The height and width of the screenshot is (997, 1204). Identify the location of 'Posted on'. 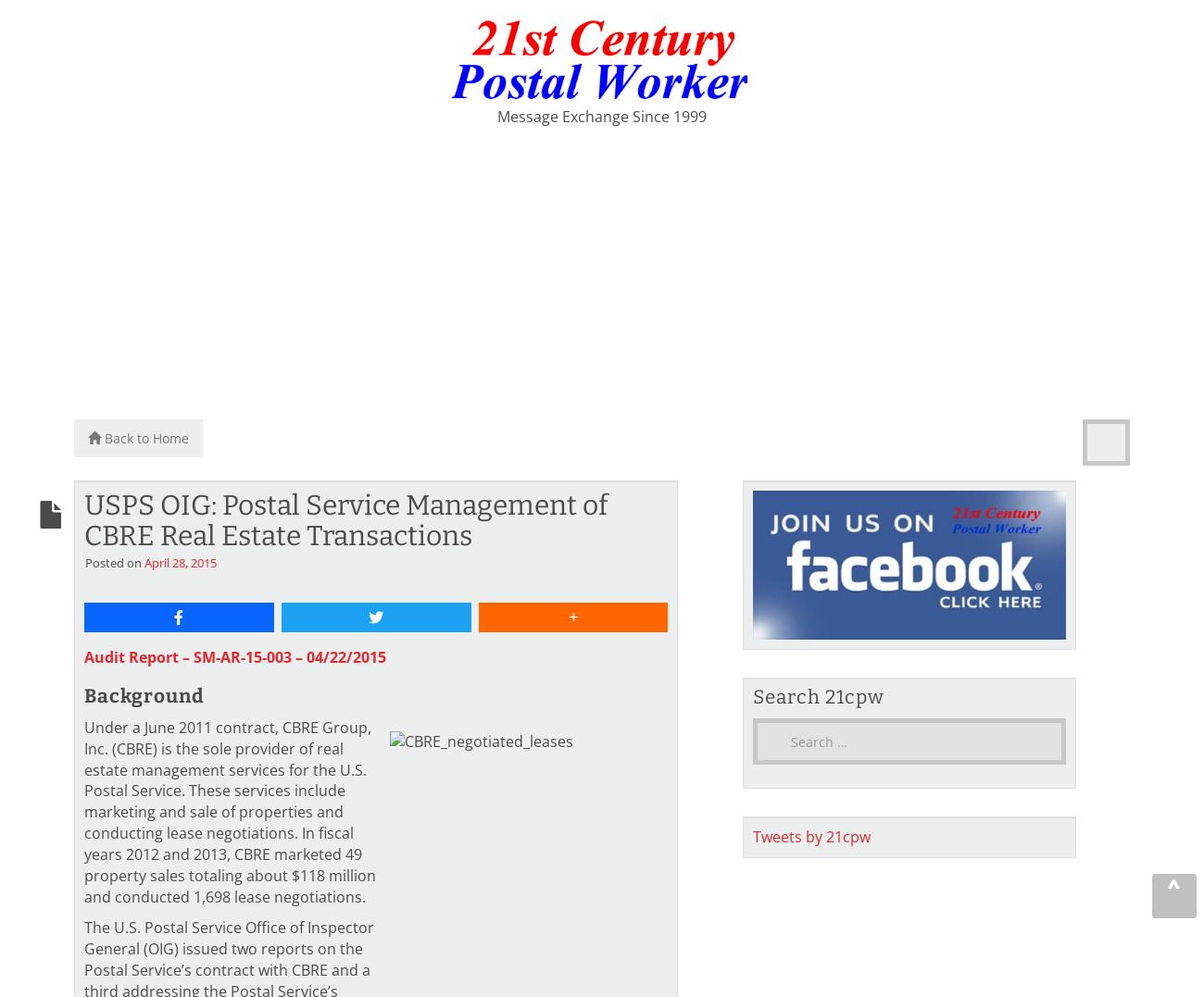
(114, 560).